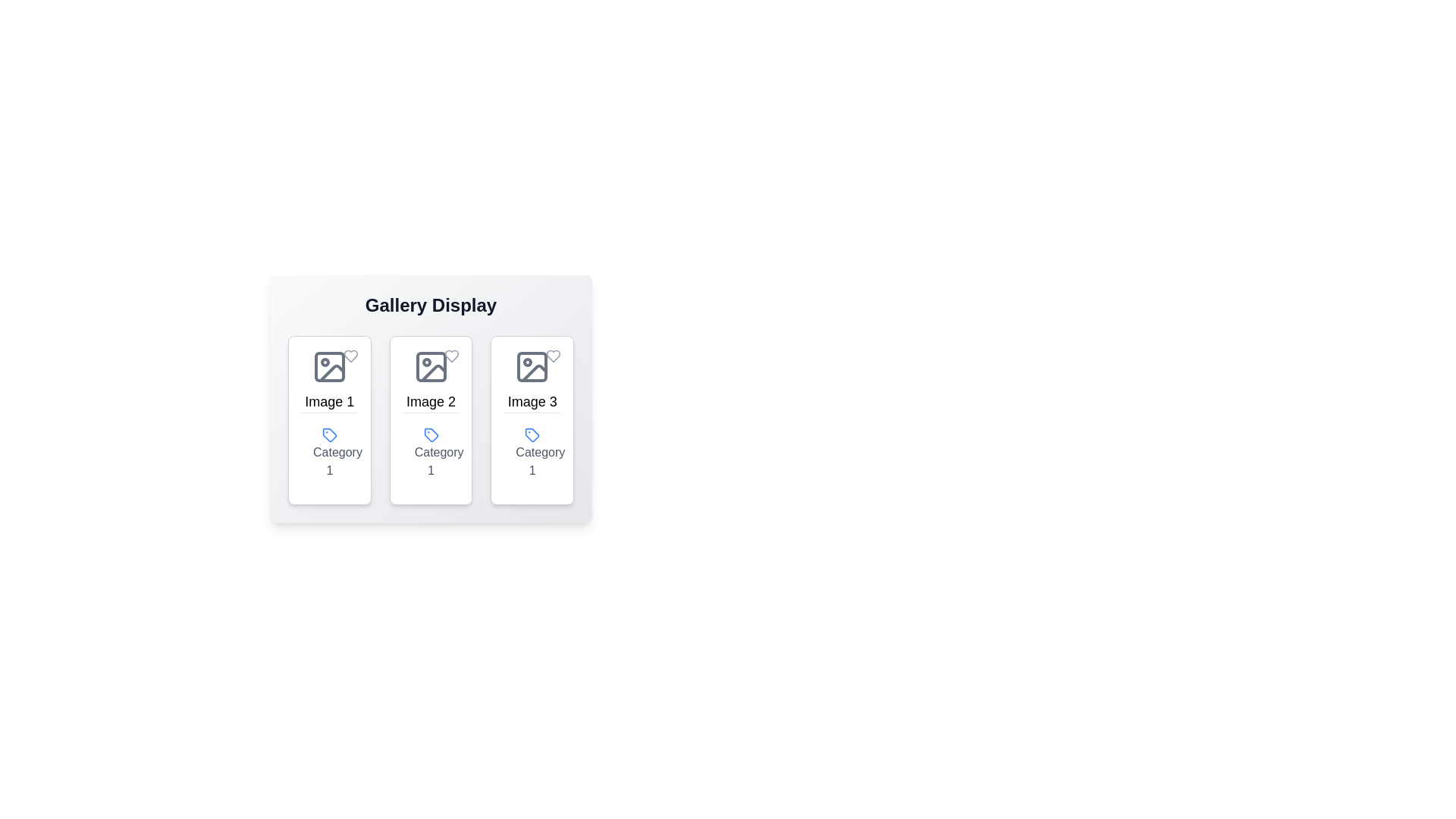 The width and height of the screenshot is (1456, 819). Describe the element at coordinates (328, 400) in the screenshot. I see `the centered text label reading 'Image 1', which is styled in a medium-sized, bold font and located below an image-like graphical icon in the first column of a horizontal gallery layout` at that location.